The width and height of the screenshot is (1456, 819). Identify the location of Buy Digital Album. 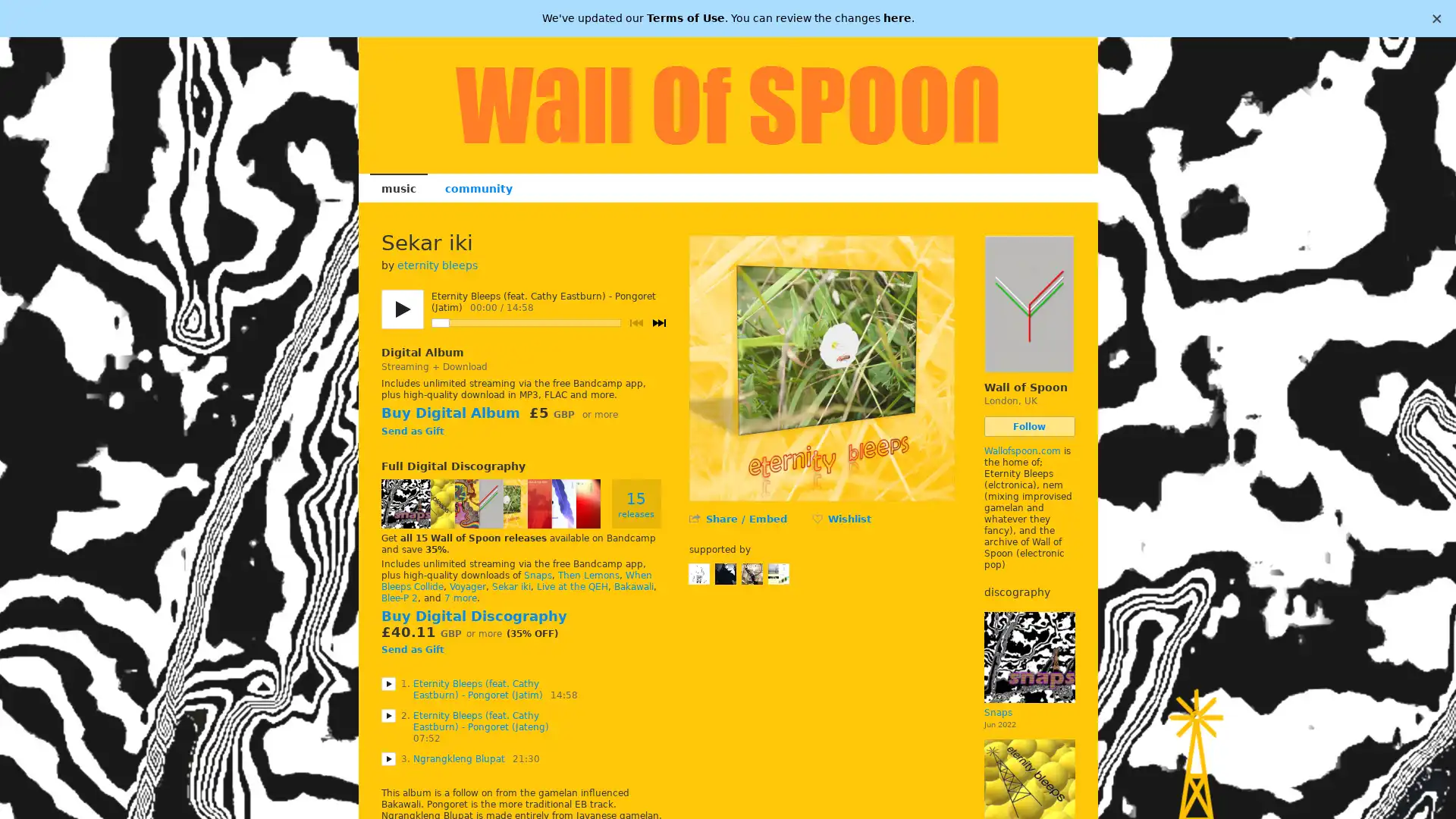
(449, 413).